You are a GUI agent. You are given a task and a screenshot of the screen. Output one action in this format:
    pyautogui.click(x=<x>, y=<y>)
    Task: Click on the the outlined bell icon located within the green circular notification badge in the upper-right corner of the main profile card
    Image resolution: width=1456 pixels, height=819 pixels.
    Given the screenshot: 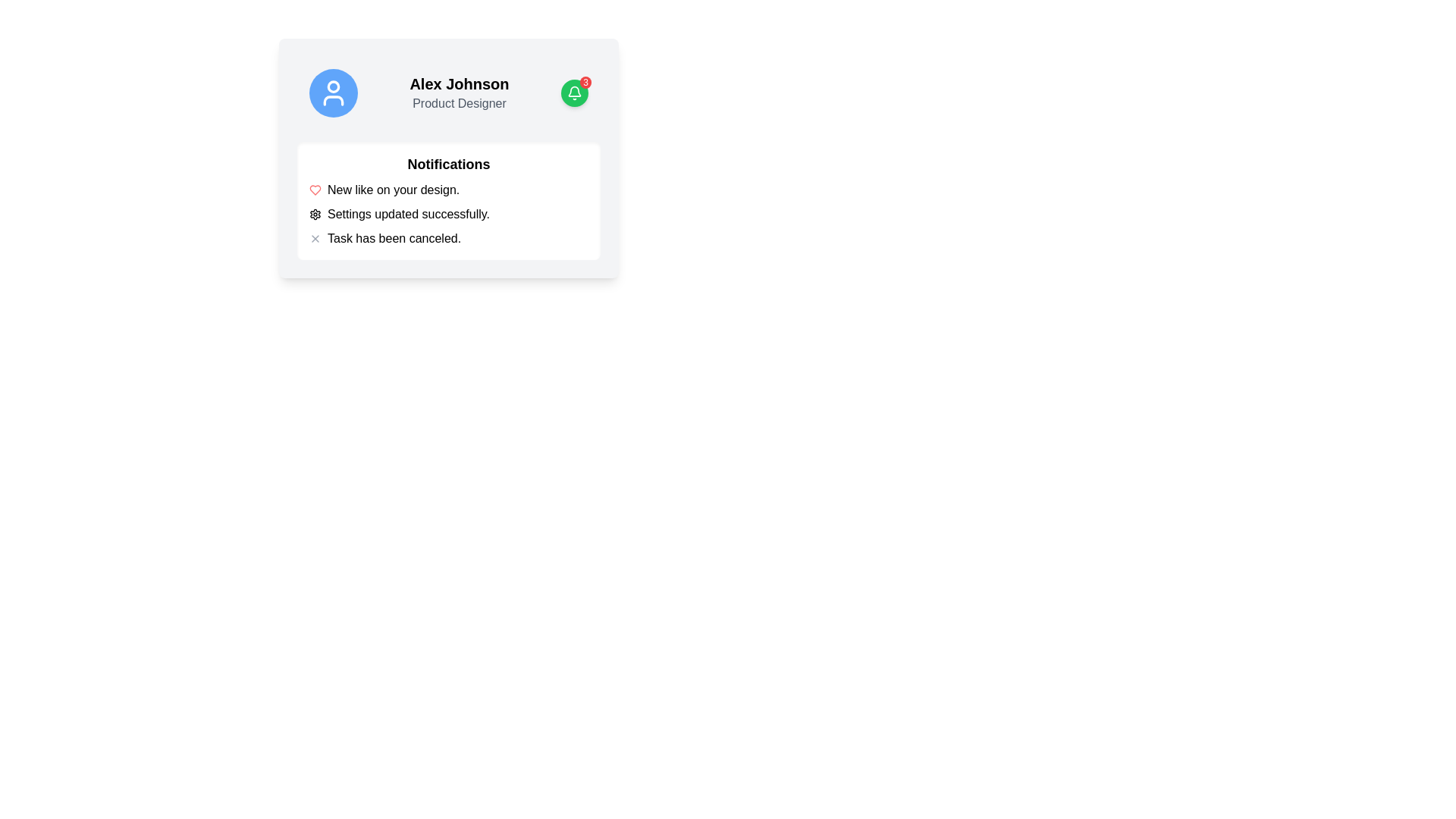 What is the action you would take?
    pyautogui.click(x=574, y=93)
    